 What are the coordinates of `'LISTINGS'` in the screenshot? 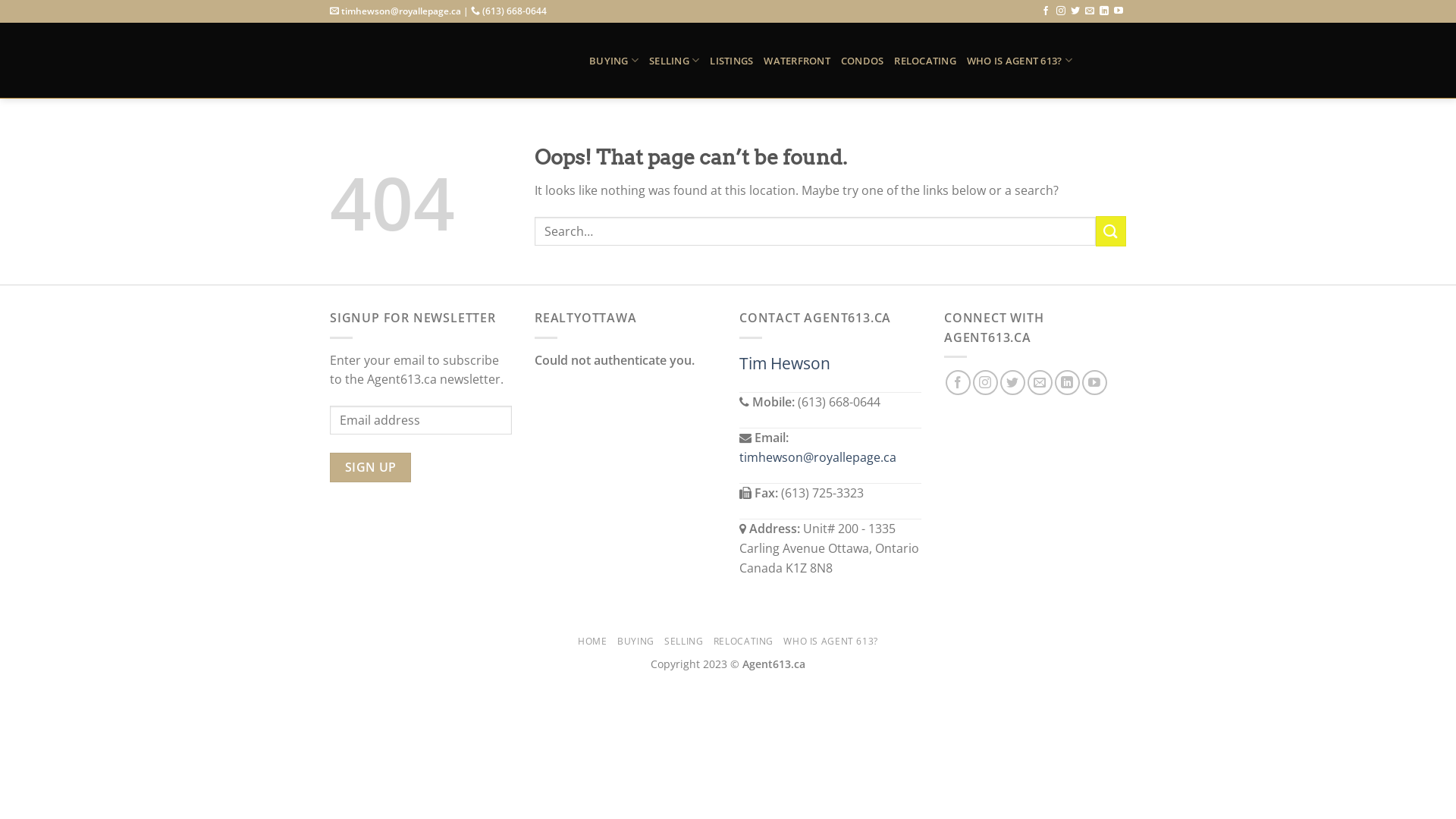 It's located at (731, 60).